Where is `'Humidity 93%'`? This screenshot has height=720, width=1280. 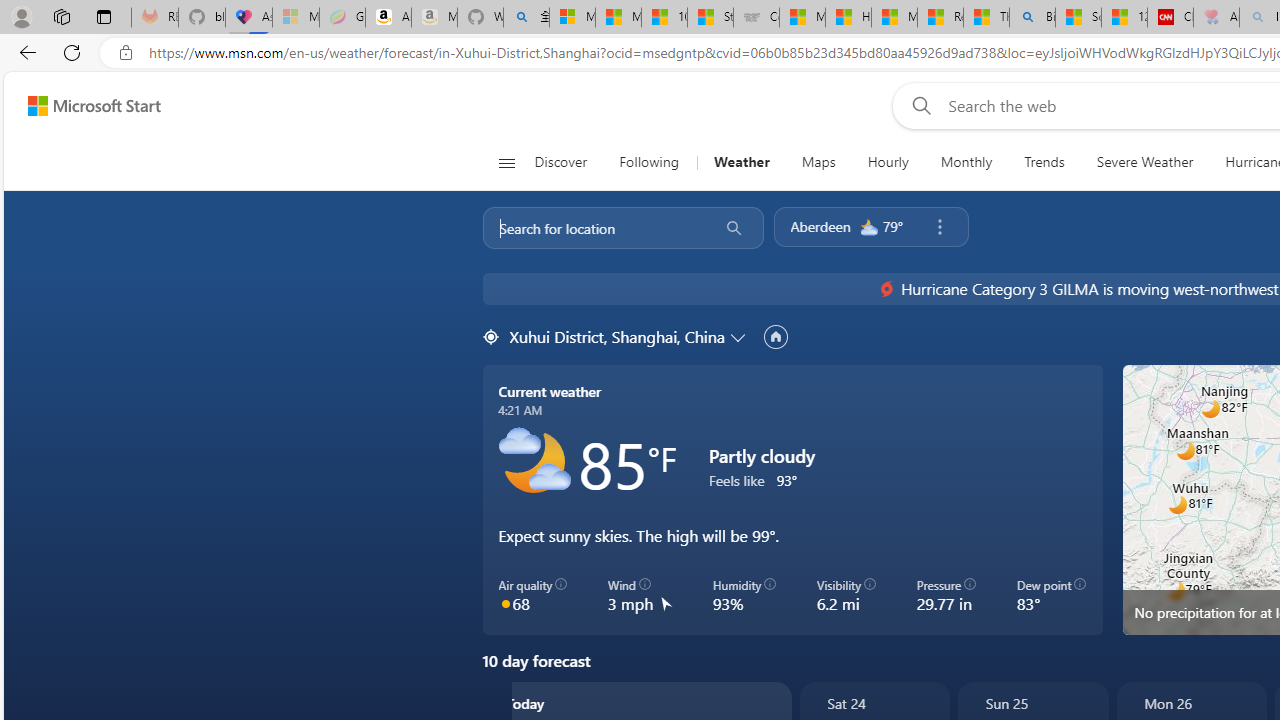
'Humidity 93%' is located at coordinates (743, 594).